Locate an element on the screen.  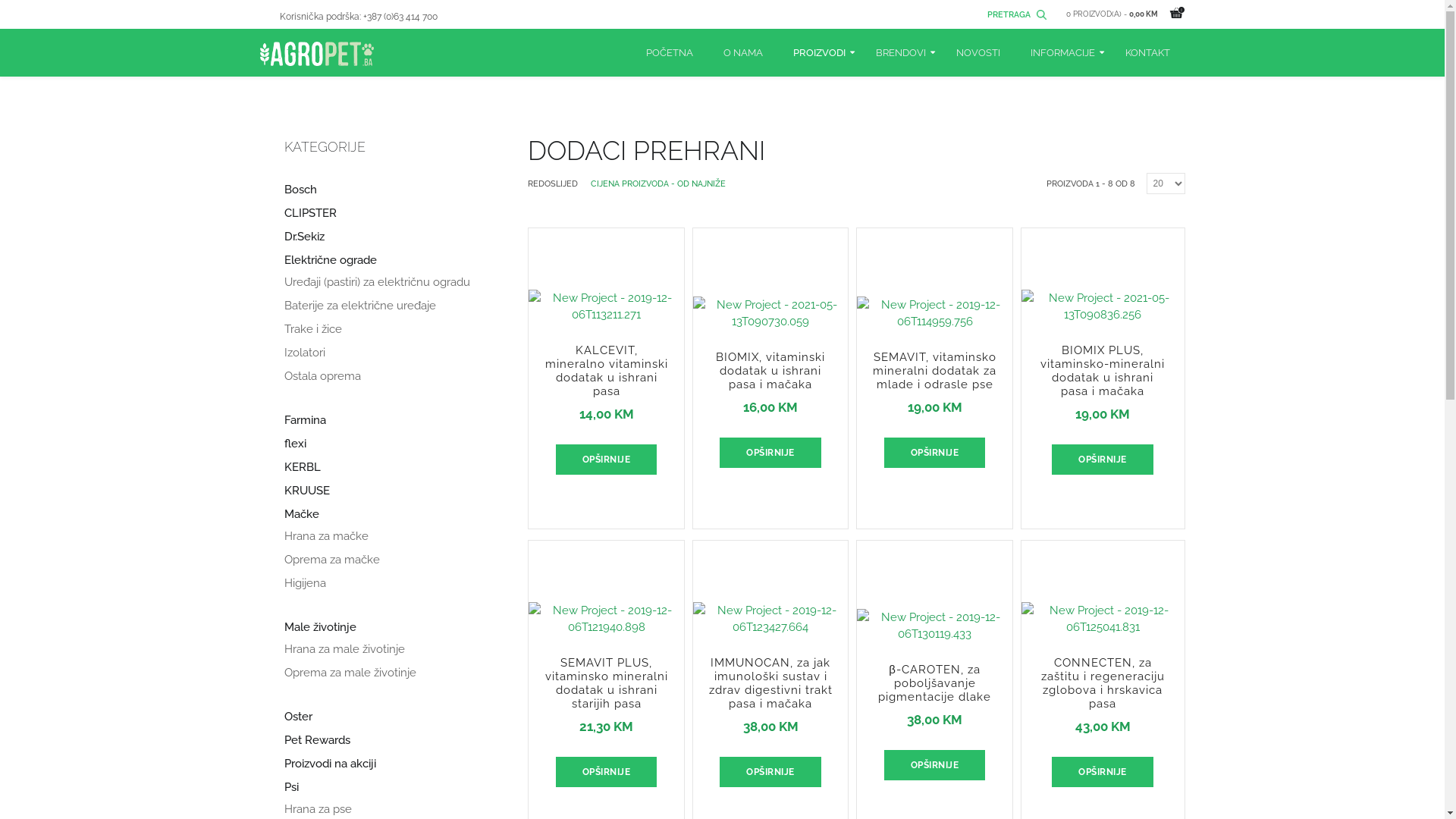
'KONTAKT' is located at coordinates (1147, 52).